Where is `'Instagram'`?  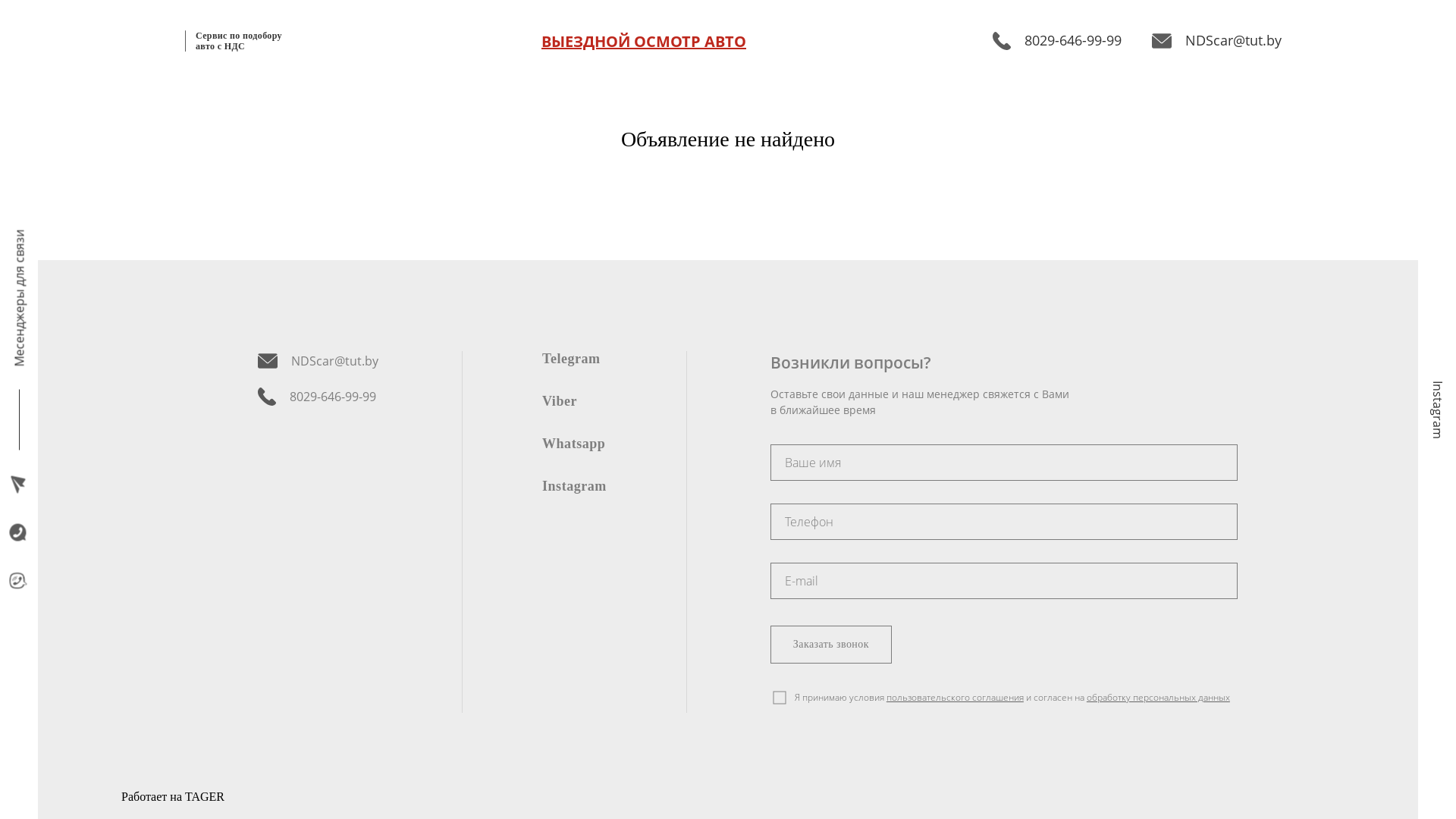
'Instagram' is located at coordinates (542, 485).